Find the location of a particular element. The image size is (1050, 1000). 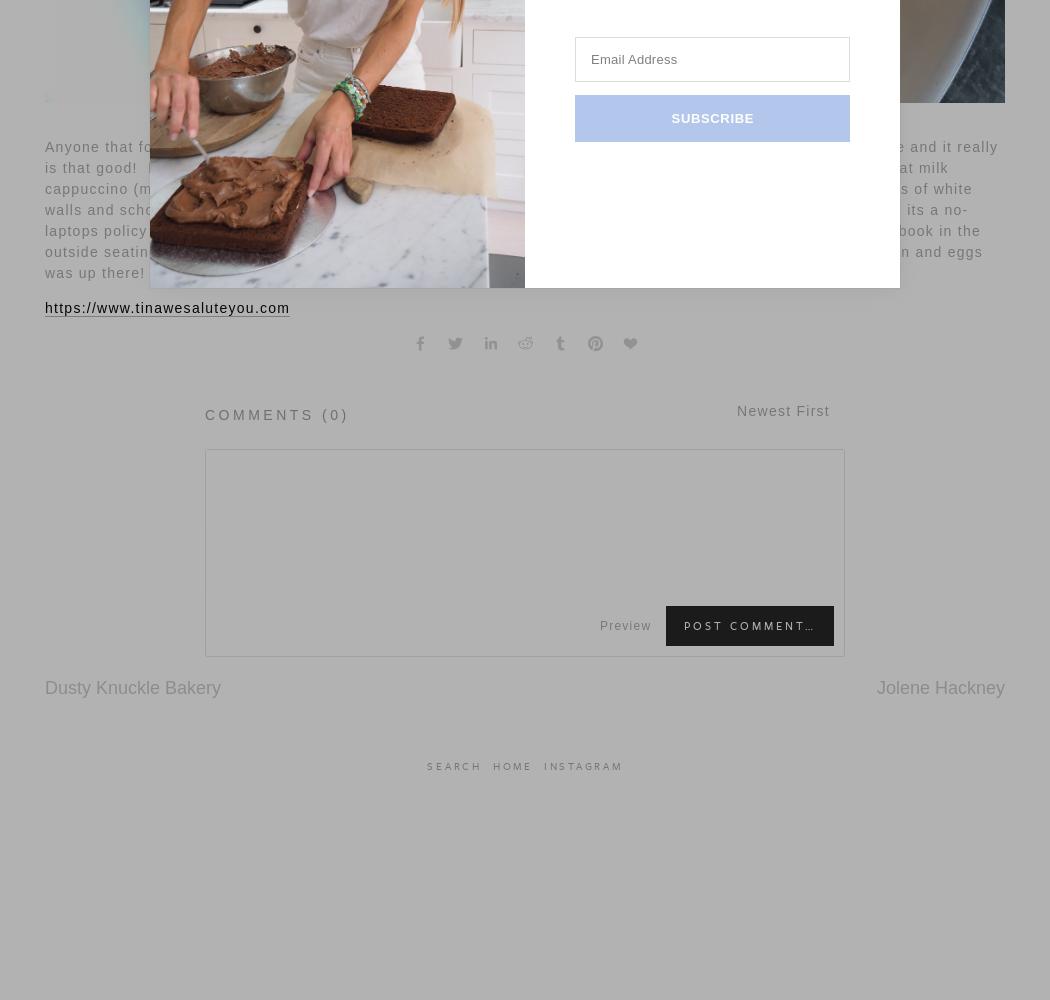

'Jolene Hackney' is located at coordinates (939, 687).